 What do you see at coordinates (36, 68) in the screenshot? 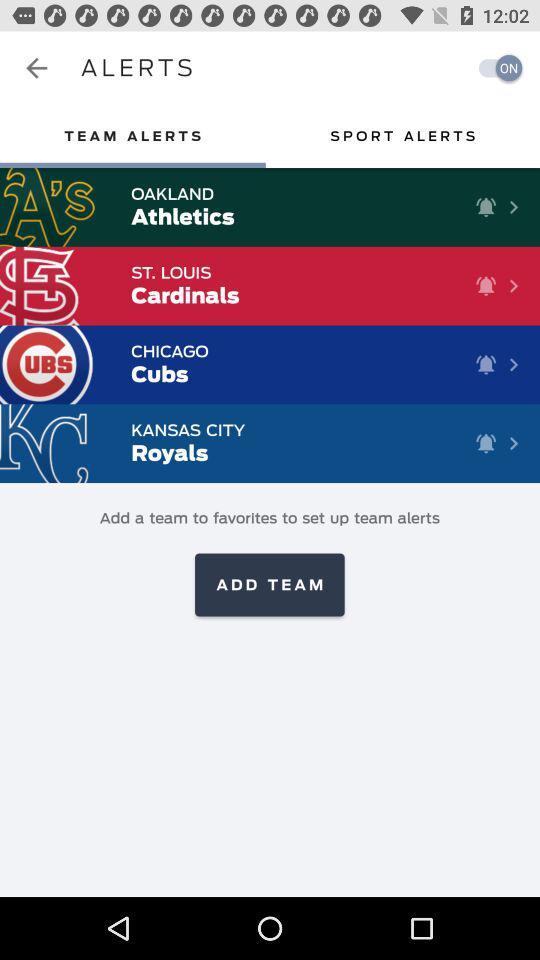
I see `app to the left of the alerts icon` at bounding box center [36, 68].